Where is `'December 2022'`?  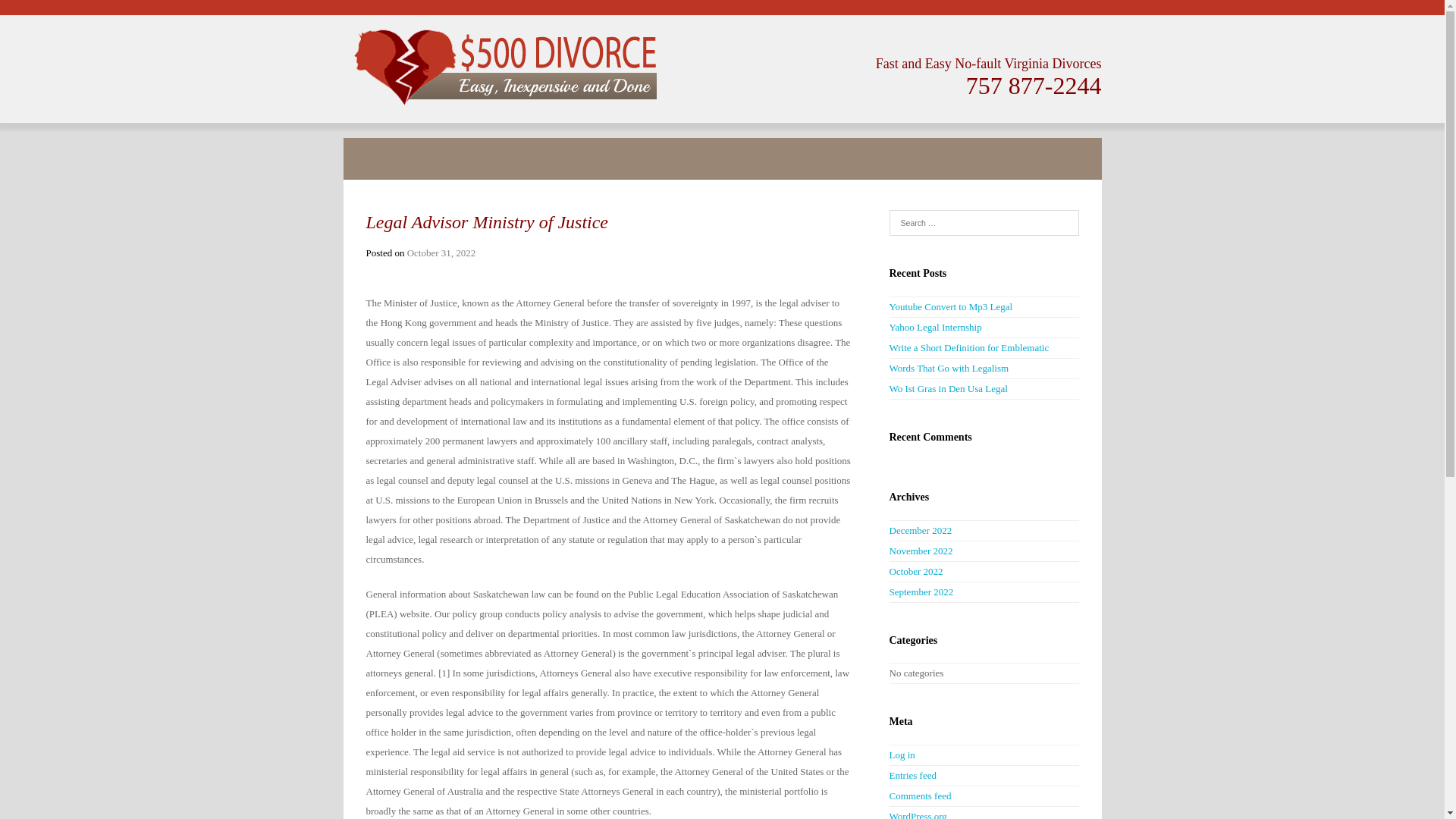
'December 2022' is located at coordinates (919, 529).